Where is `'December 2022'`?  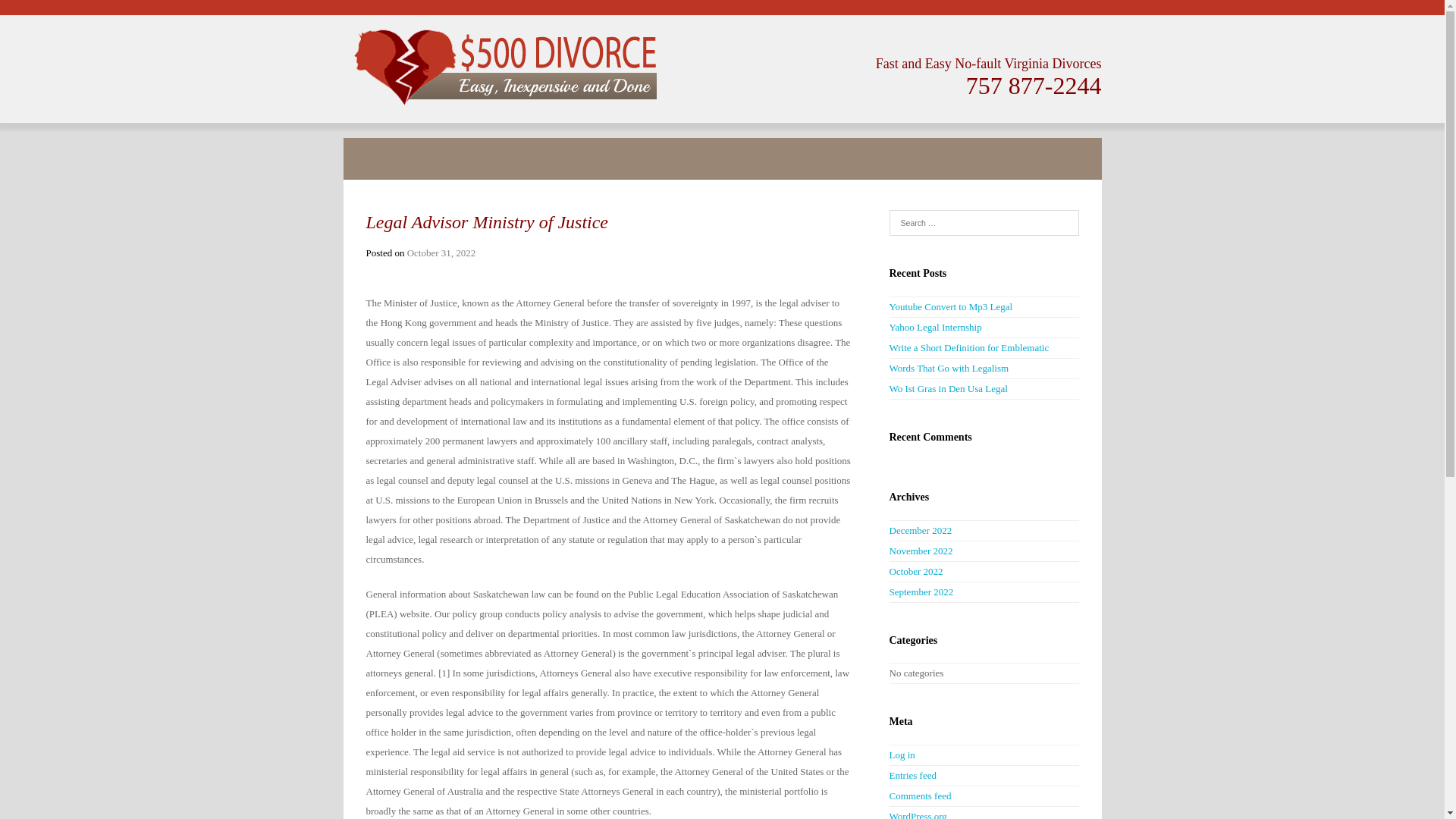
'December 2022' is located at coordinates (919, 529).